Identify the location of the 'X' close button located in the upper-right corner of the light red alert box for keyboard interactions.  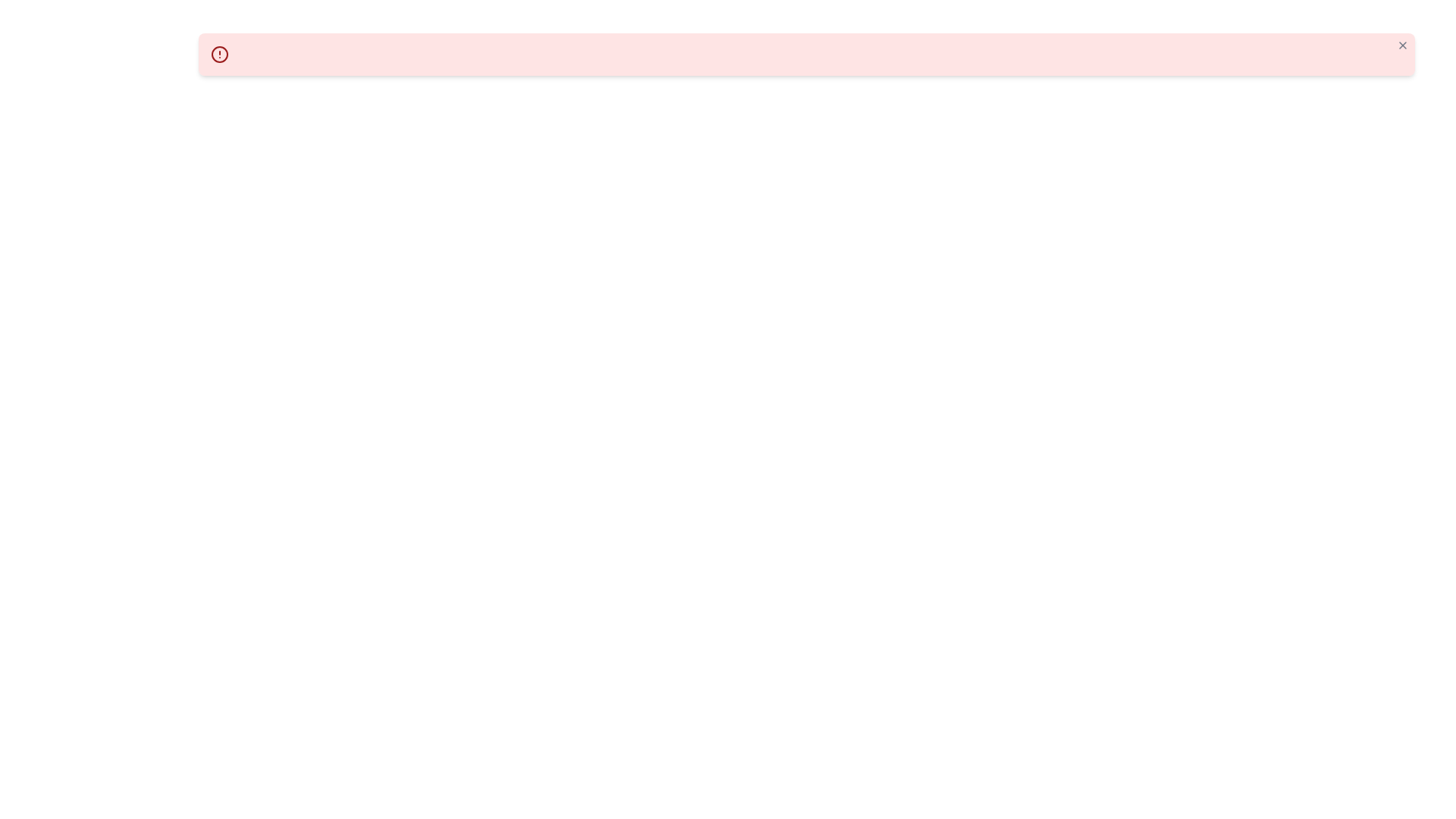
(1401, 45).